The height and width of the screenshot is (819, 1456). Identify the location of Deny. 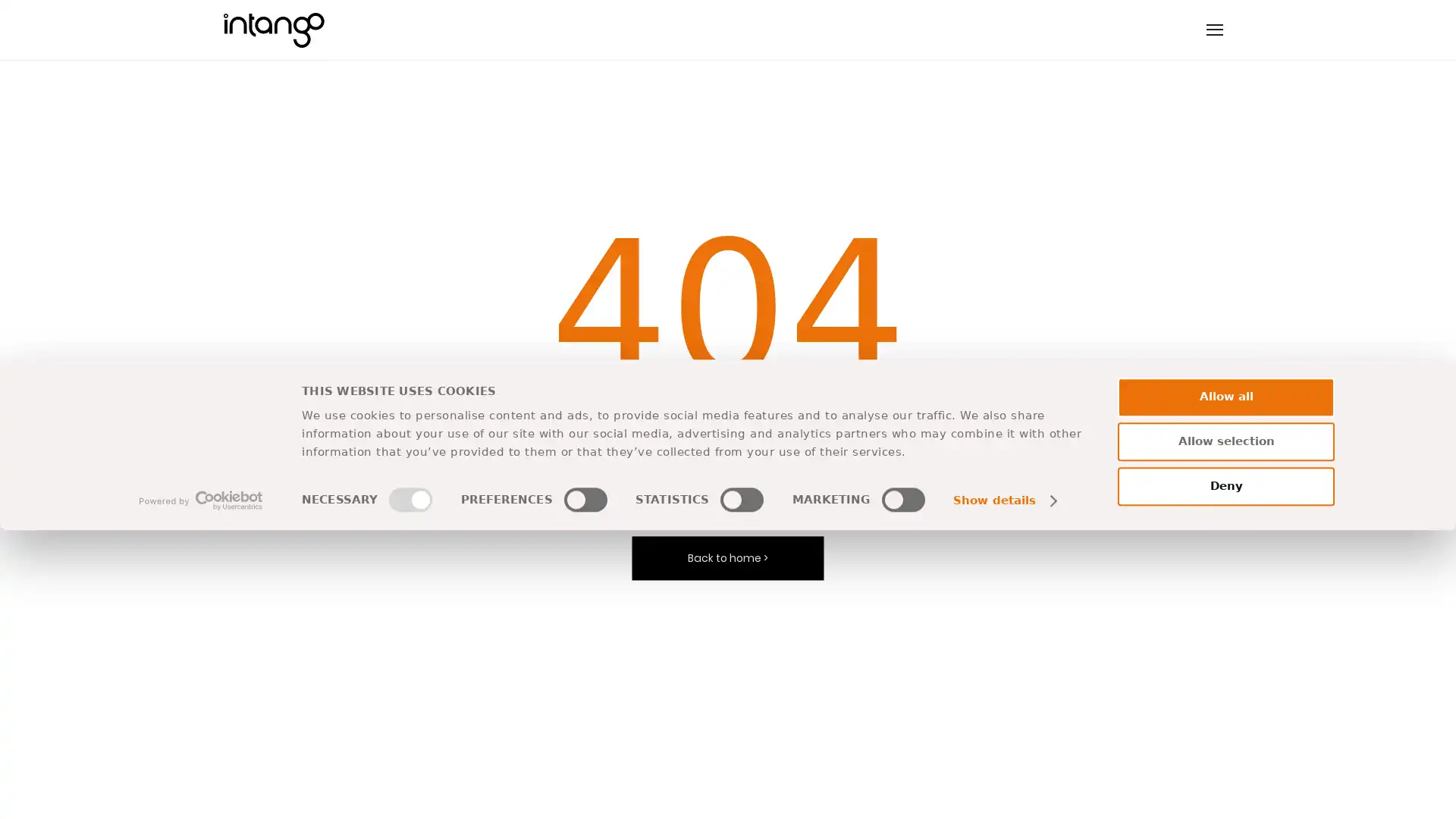
(1226, 775).